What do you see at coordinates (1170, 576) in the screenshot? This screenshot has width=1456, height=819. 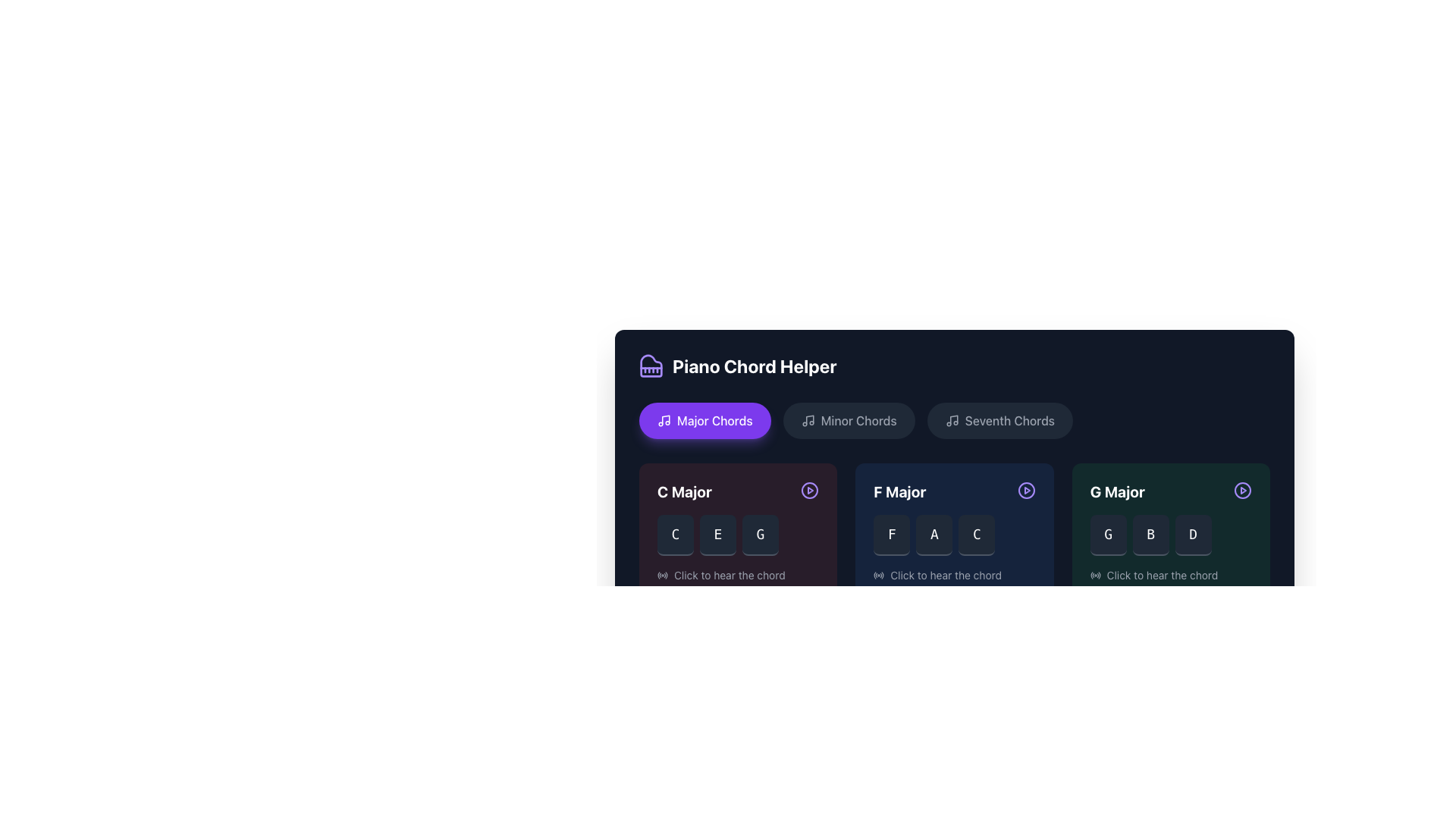 I see `the informational text label indicating that clicking will play or hear the chord, located beneath the G Major chord notes 'G', 'B', 'D'` at bounding box center [1170, 576].